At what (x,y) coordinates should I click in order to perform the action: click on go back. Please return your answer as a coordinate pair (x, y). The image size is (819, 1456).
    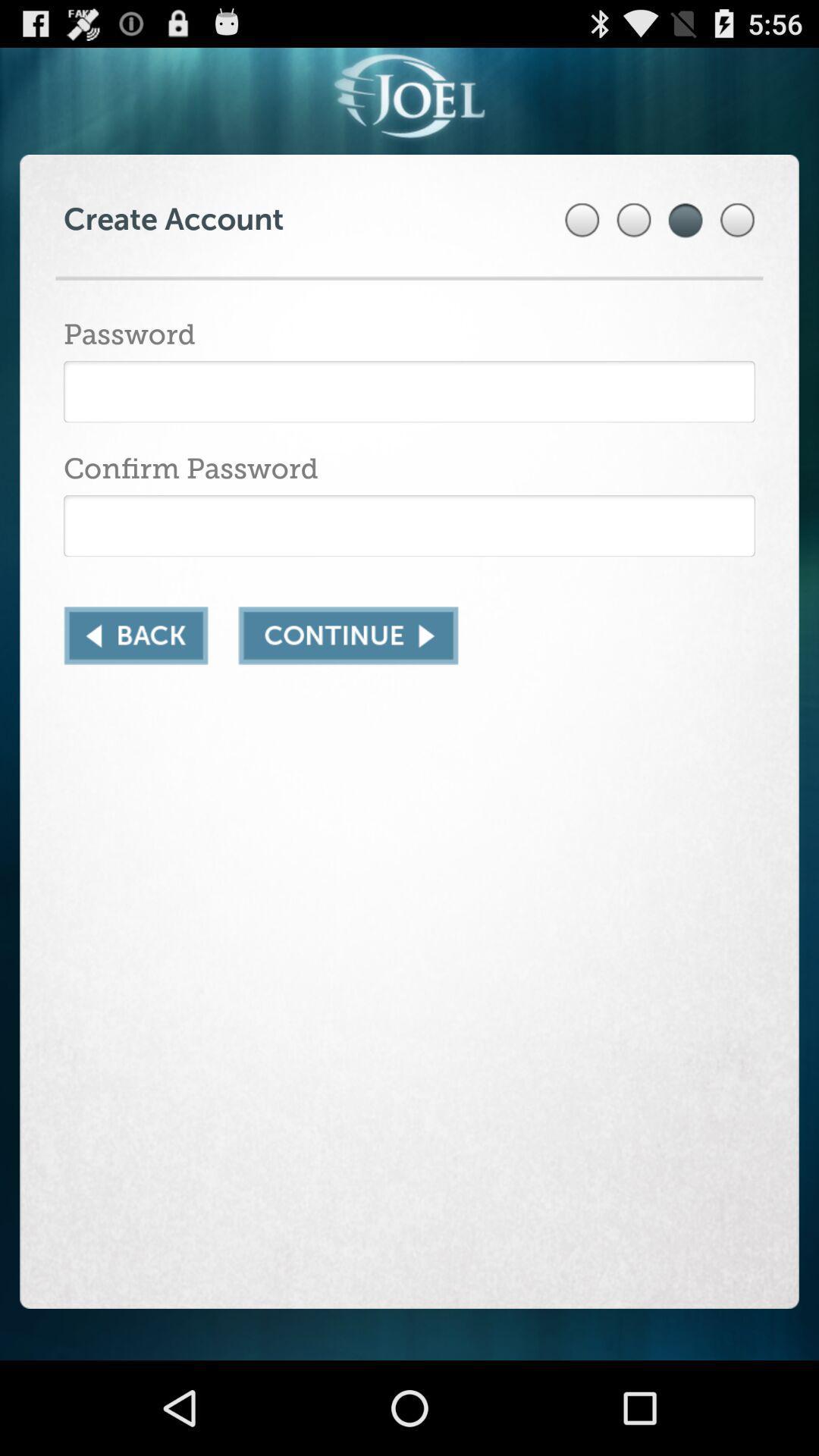
    Looking at the image, I should click on (135, 635).